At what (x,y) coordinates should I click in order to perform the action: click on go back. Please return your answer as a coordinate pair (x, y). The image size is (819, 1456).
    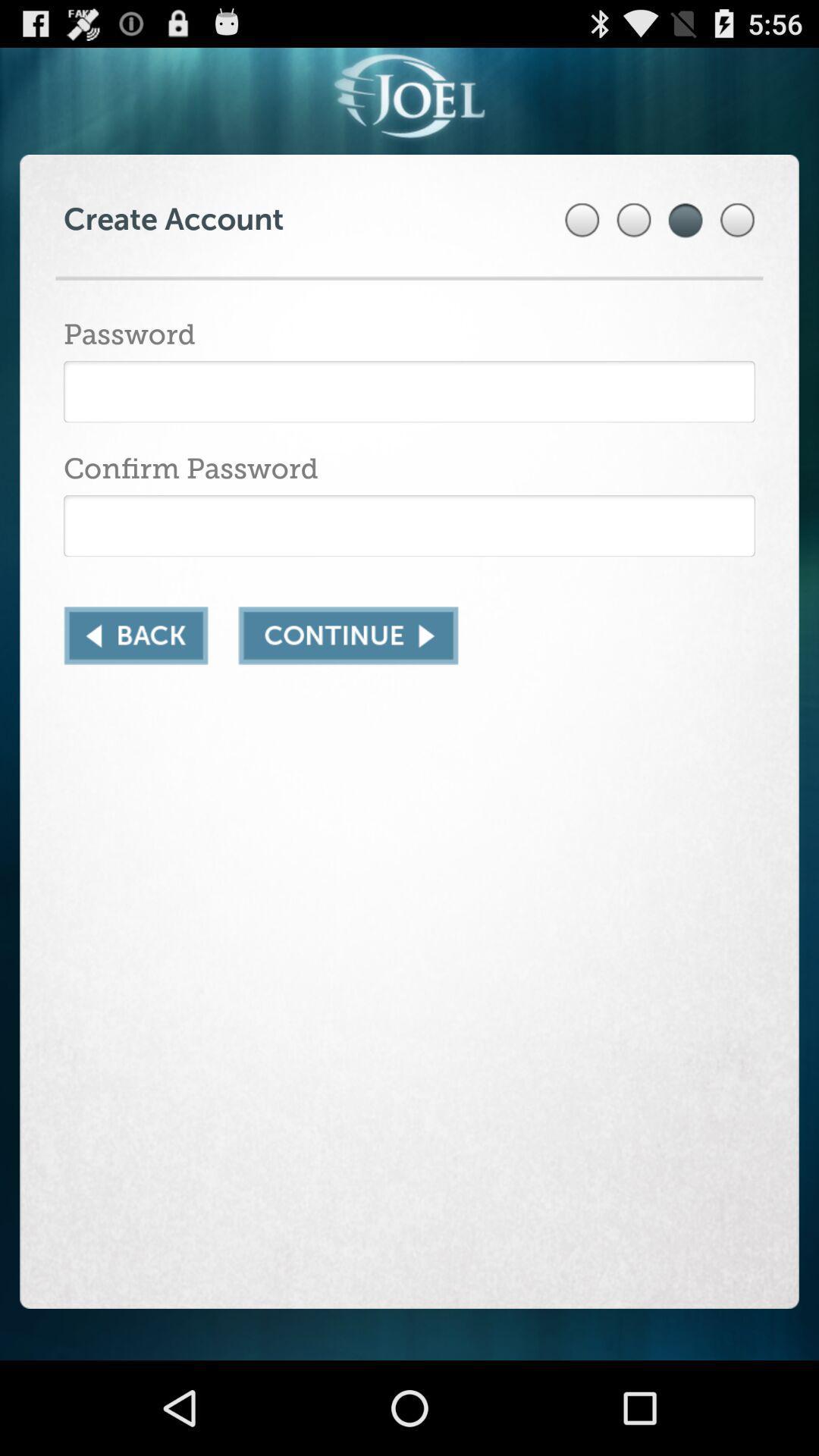
    Looking at the image, I should click on (135, 635).